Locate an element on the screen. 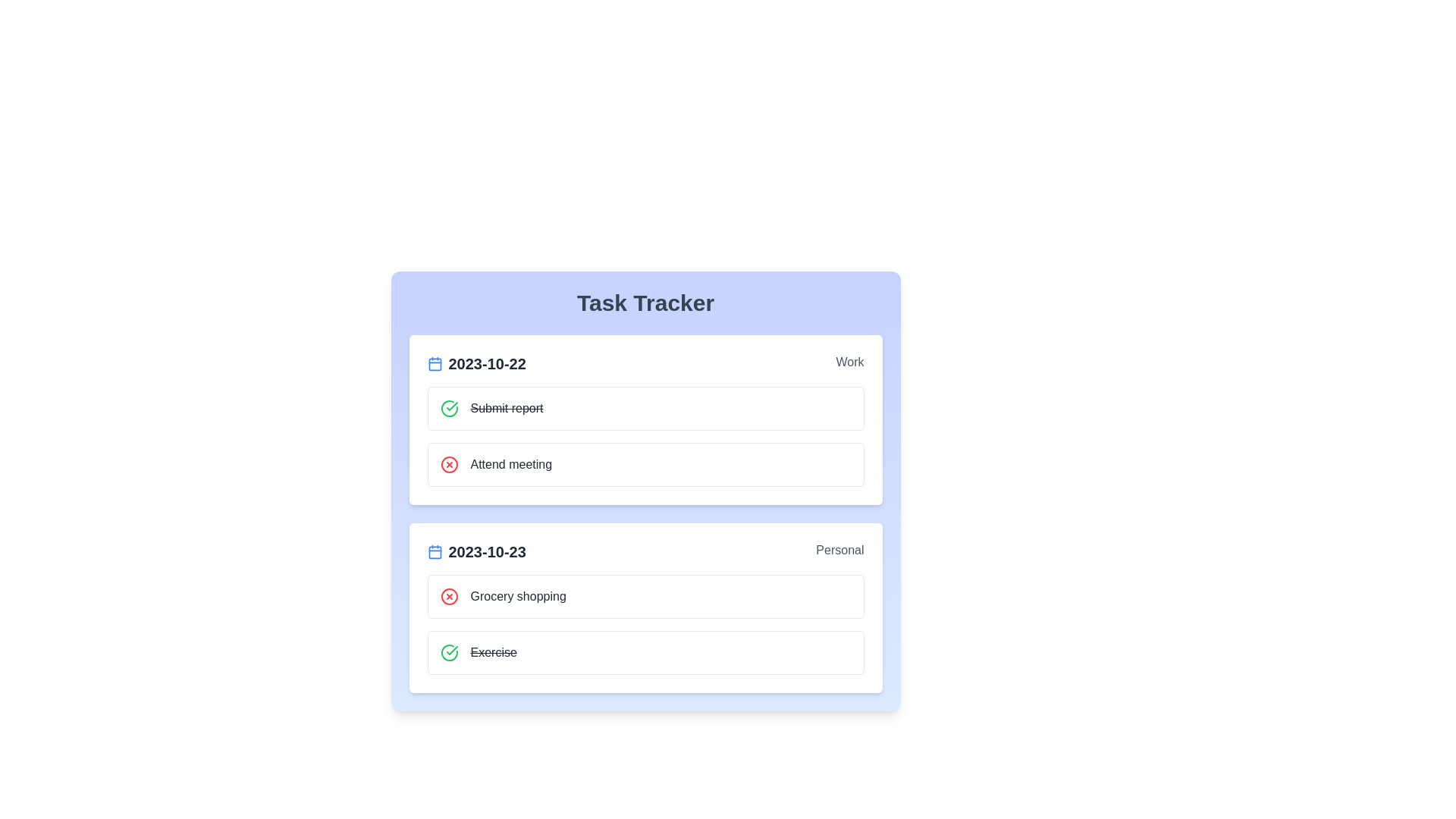  the icon corresponding to Grocery shopping to display its tooltip is located at coordinates (448, 595).